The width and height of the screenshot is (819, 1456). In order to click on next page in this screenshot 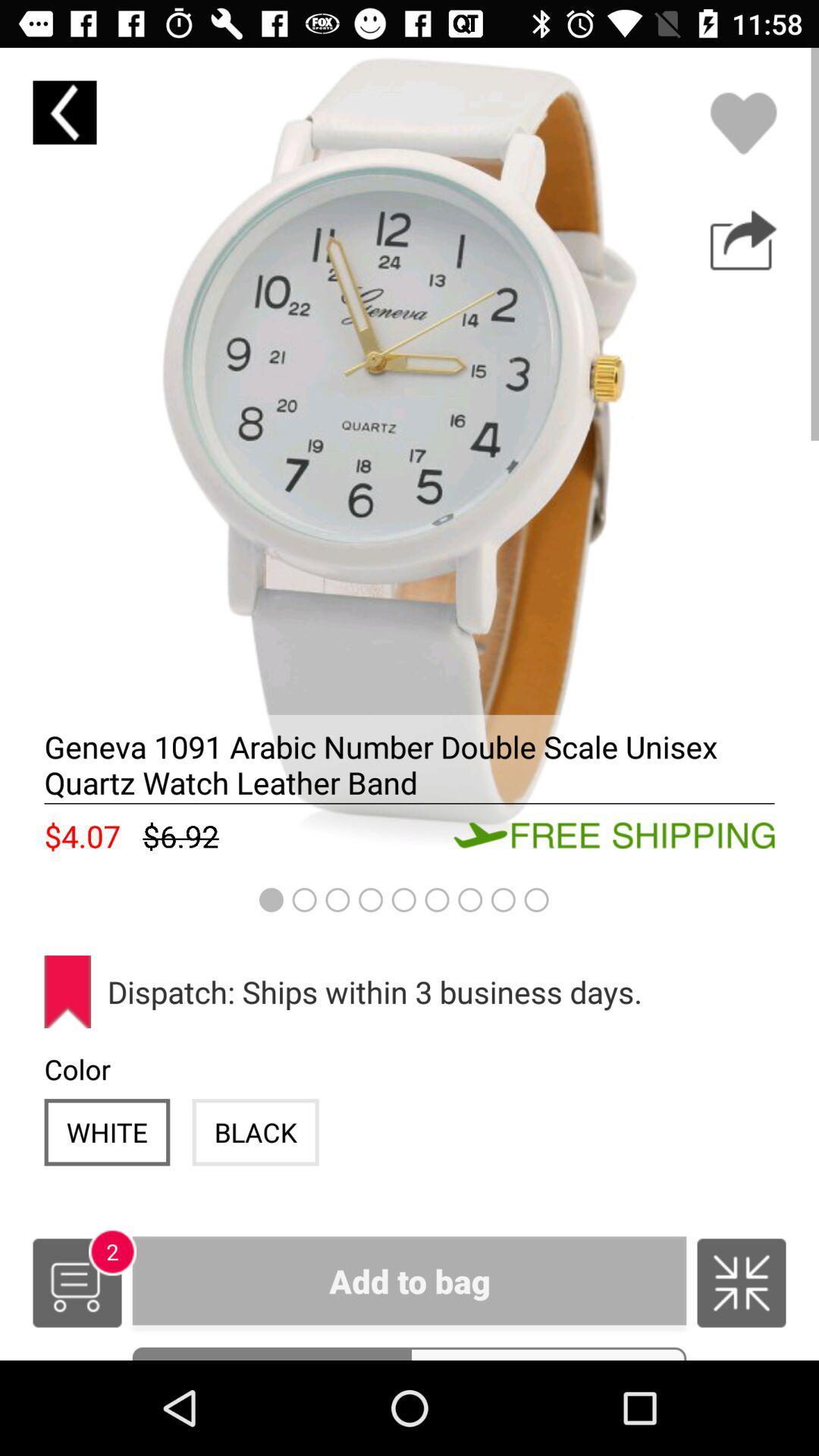, I will do `click(742, 240)`.